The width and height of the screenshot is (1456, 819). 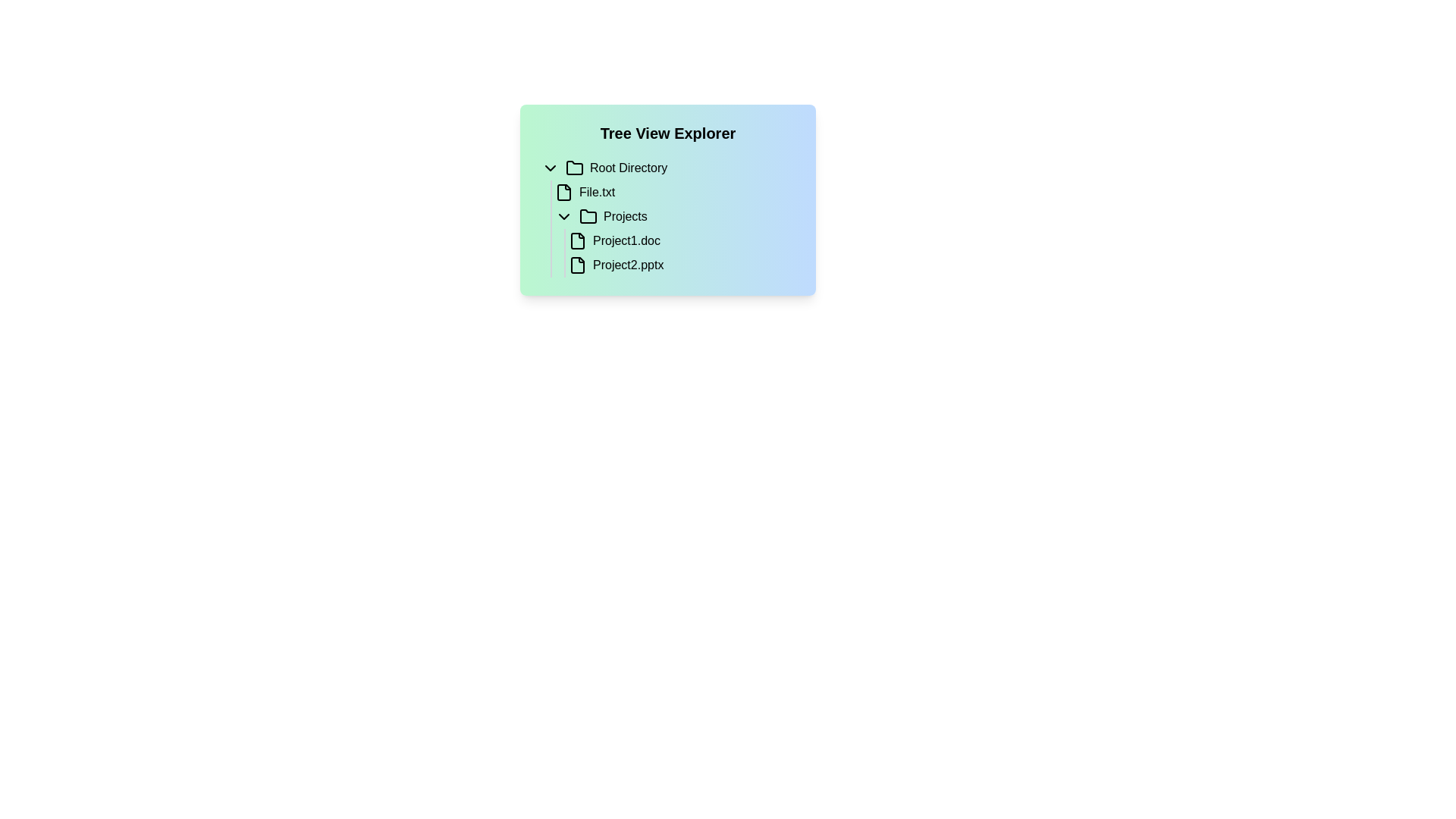 What do you see at coordinates (667, 168) in the screenshot?
I see `the root directory in the Tree View Explorer` at bounding box center [667, 168].